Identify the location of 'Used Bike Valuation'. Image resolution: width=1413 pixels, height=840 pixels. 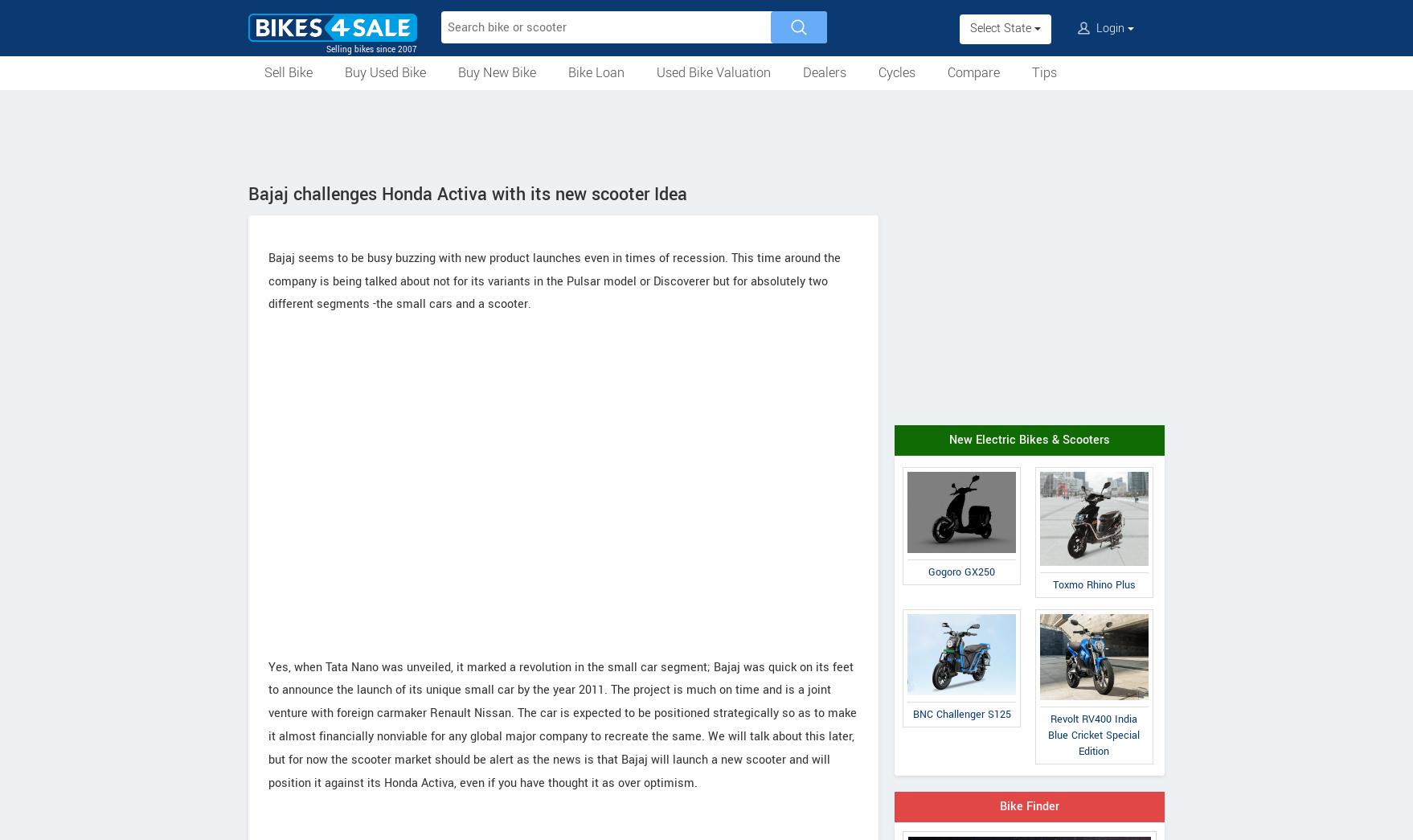
(713, 72).